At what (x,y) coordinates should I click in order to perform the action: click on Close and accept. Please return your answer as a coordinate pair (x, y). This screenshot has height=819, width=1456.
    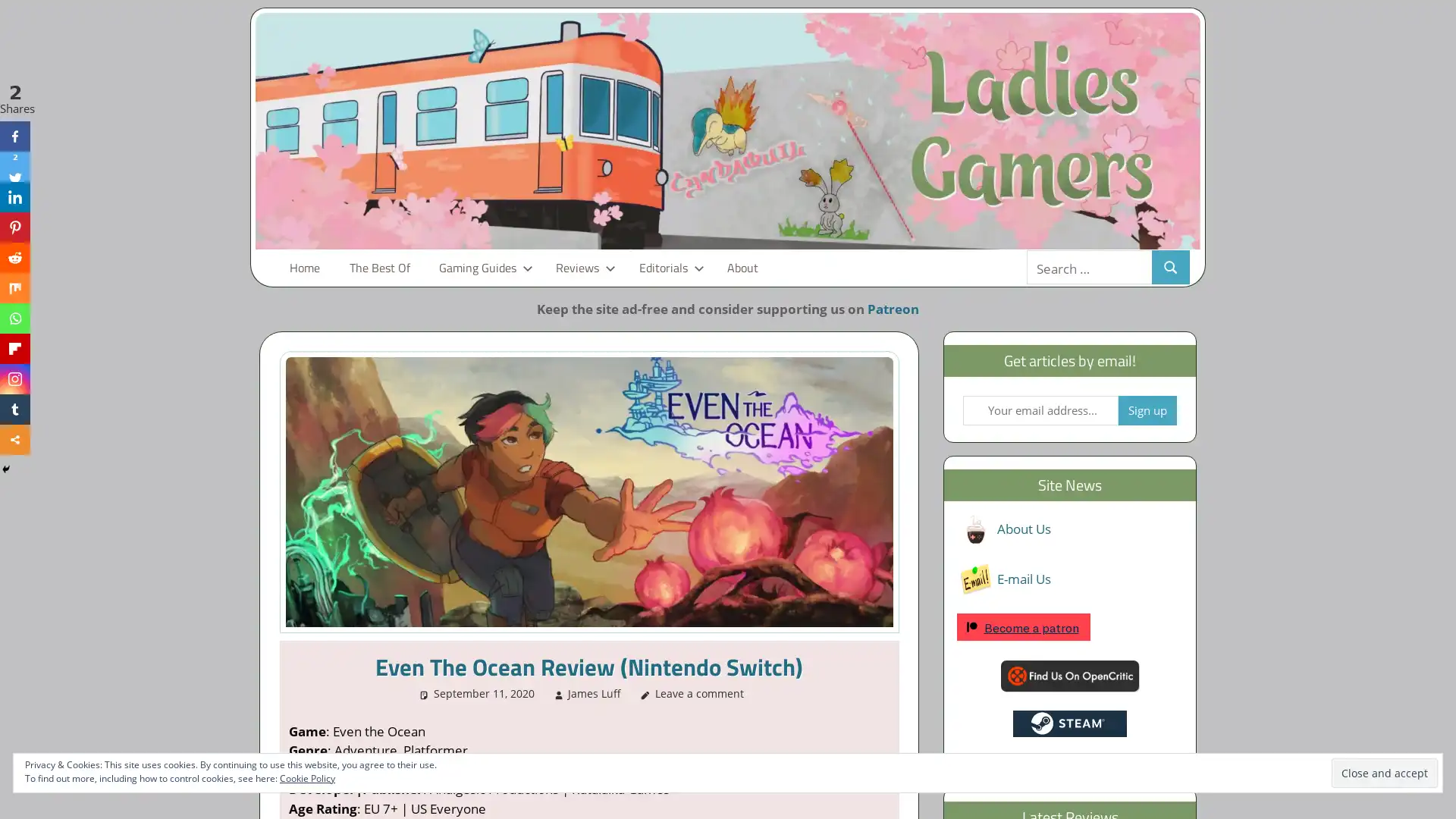
    Looking at the image, I should click on (1384, 773).